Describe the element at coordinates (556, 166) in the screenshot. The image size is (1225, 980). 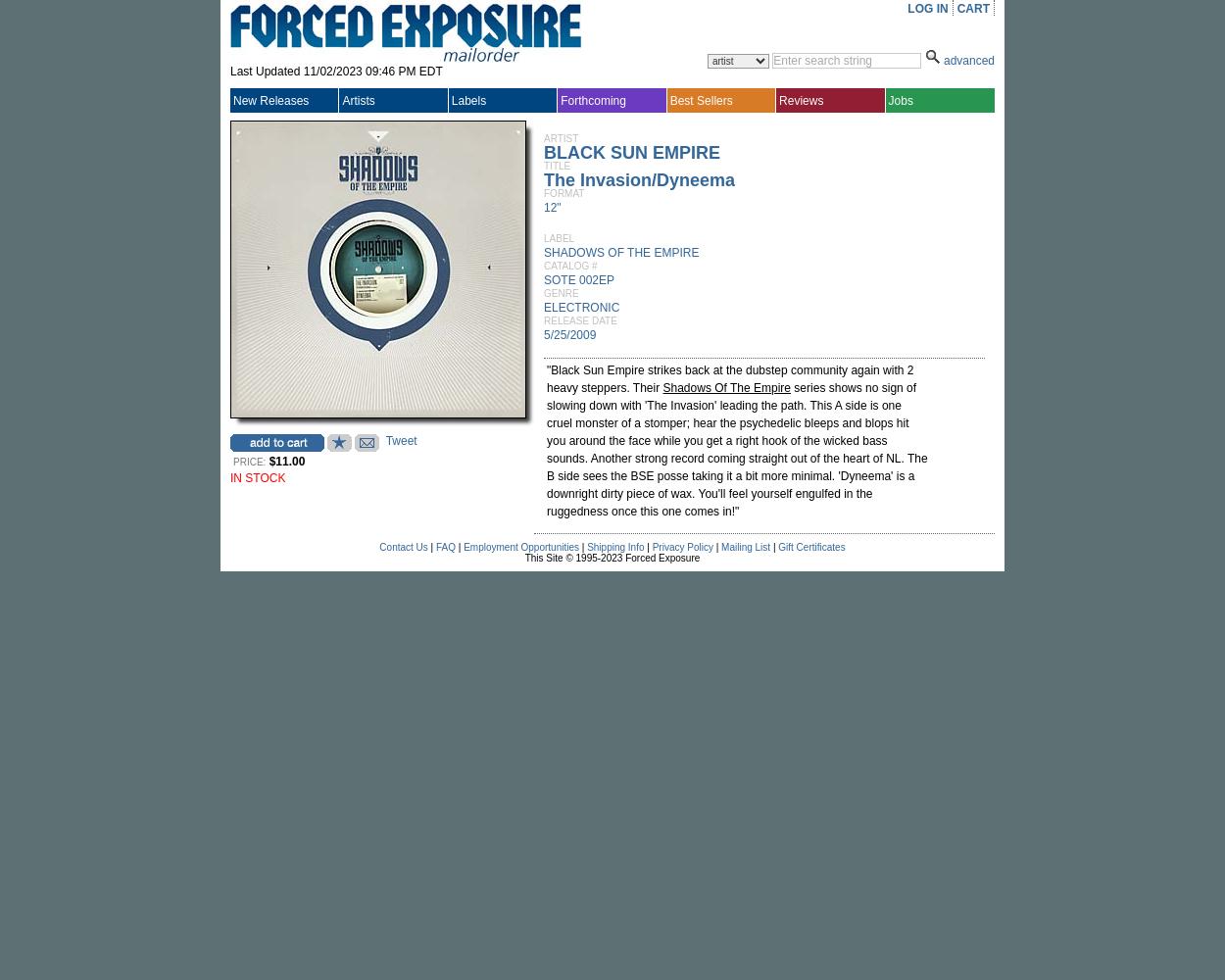
I see `'TITLE'` at that location.